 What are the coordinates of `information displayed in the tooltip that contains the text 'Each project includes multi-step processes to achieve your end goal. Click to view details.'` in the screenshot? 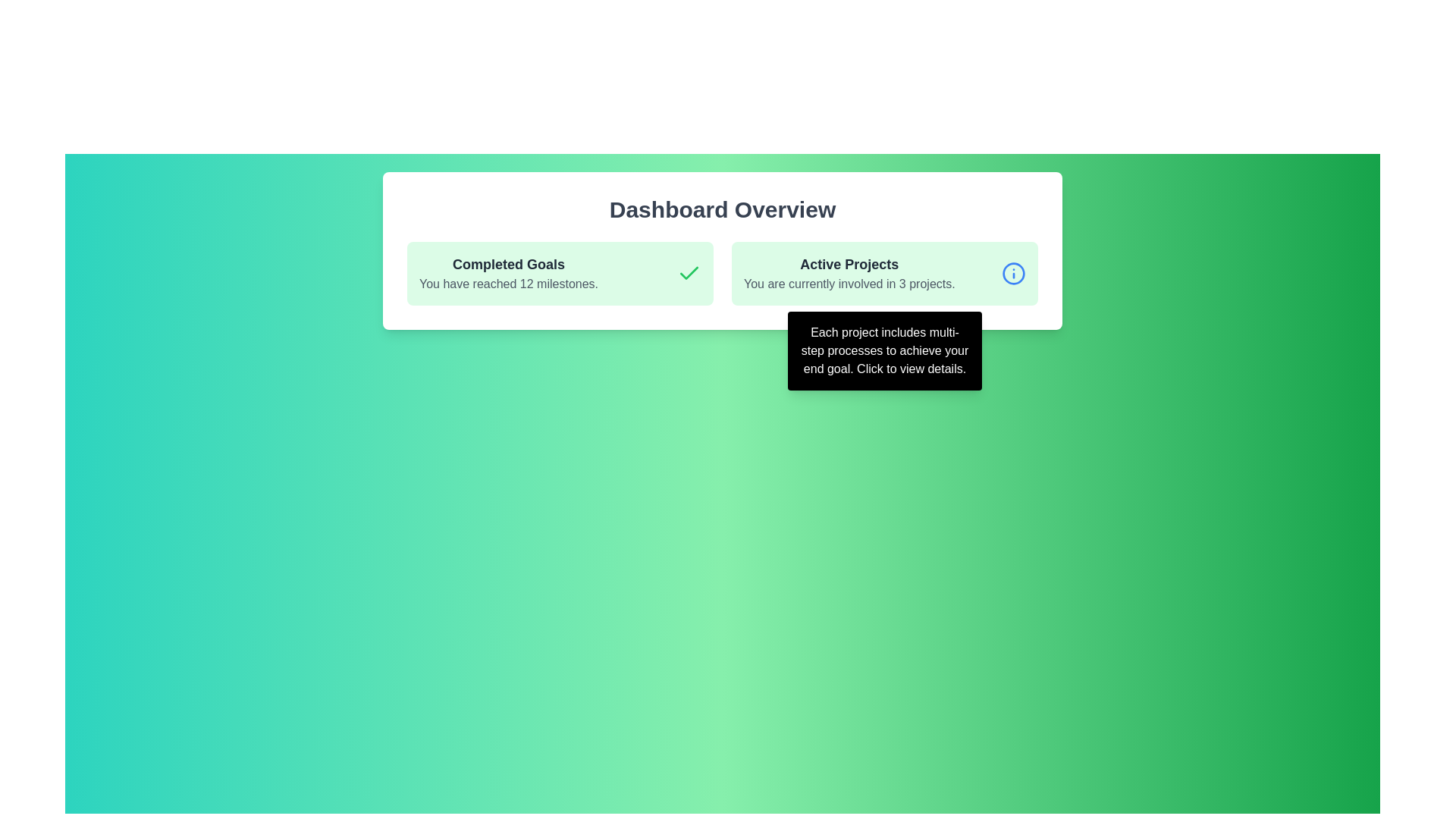 It's located at (884, 350).